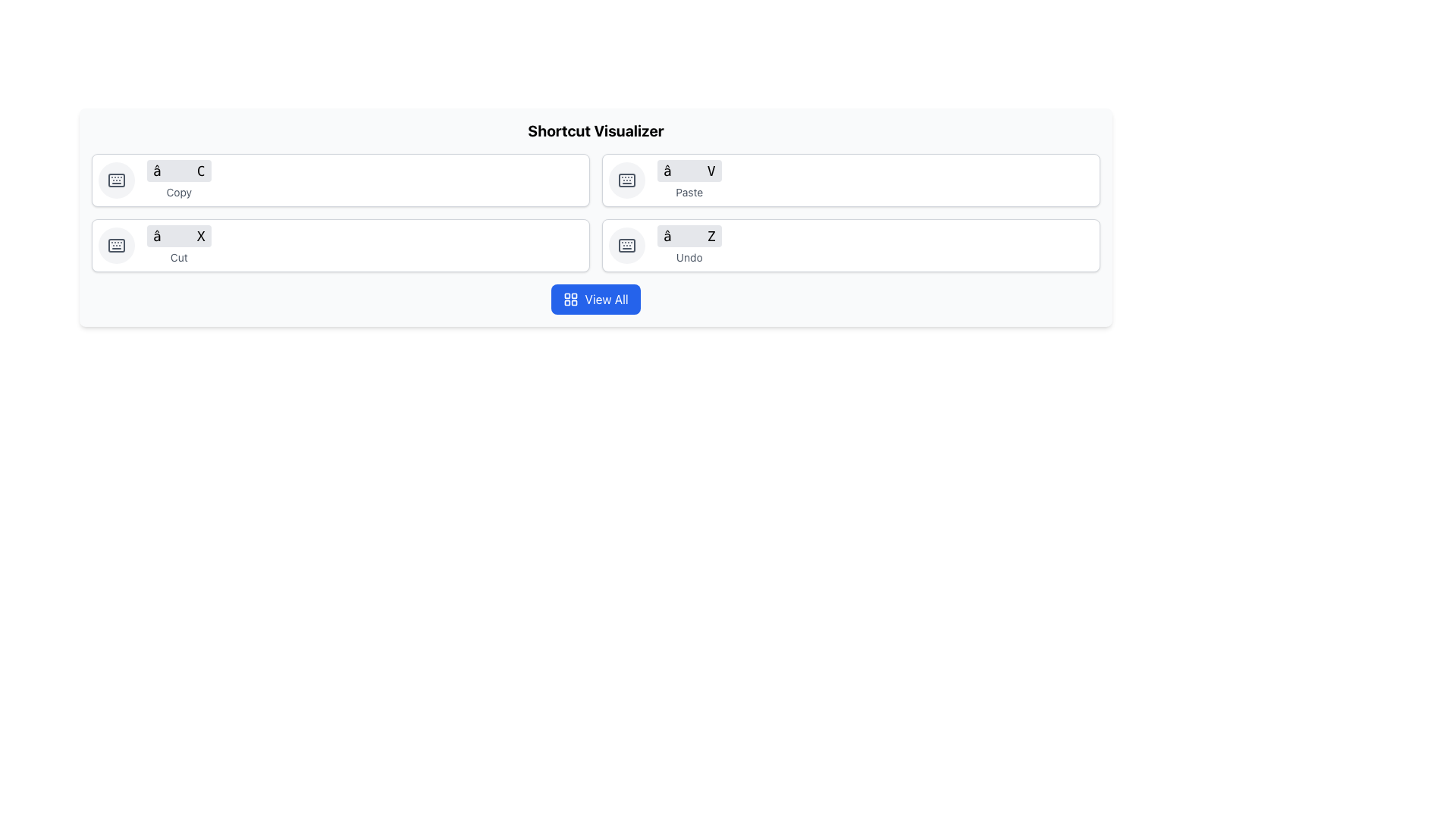 This screenshot has width=1456, height=819. What do you see at coordinates (626, 245) in the screenshot?
I see `the keyboard-related function icon that is centrally positioned among other shortcut icons in the interface` at bounding box center [626, 245].